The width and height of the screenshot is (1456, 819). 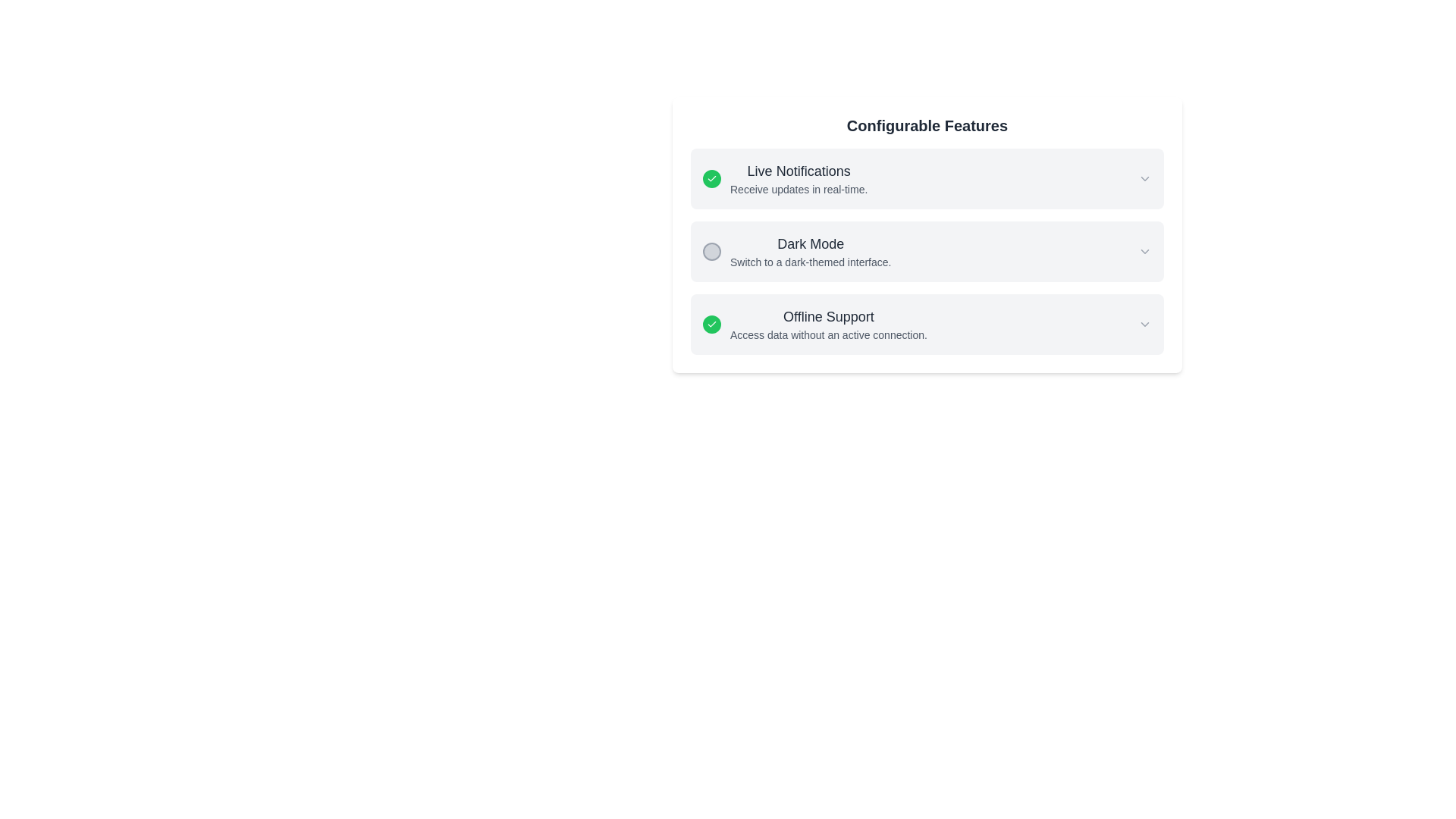 What do you see at coordinates (711, 177) in the screenshot?
I see `the circular toggle button located at the leftmost portion of the 'Live Notifications' row in the 'Configurable Features' section` at bounding box center [711, 177].